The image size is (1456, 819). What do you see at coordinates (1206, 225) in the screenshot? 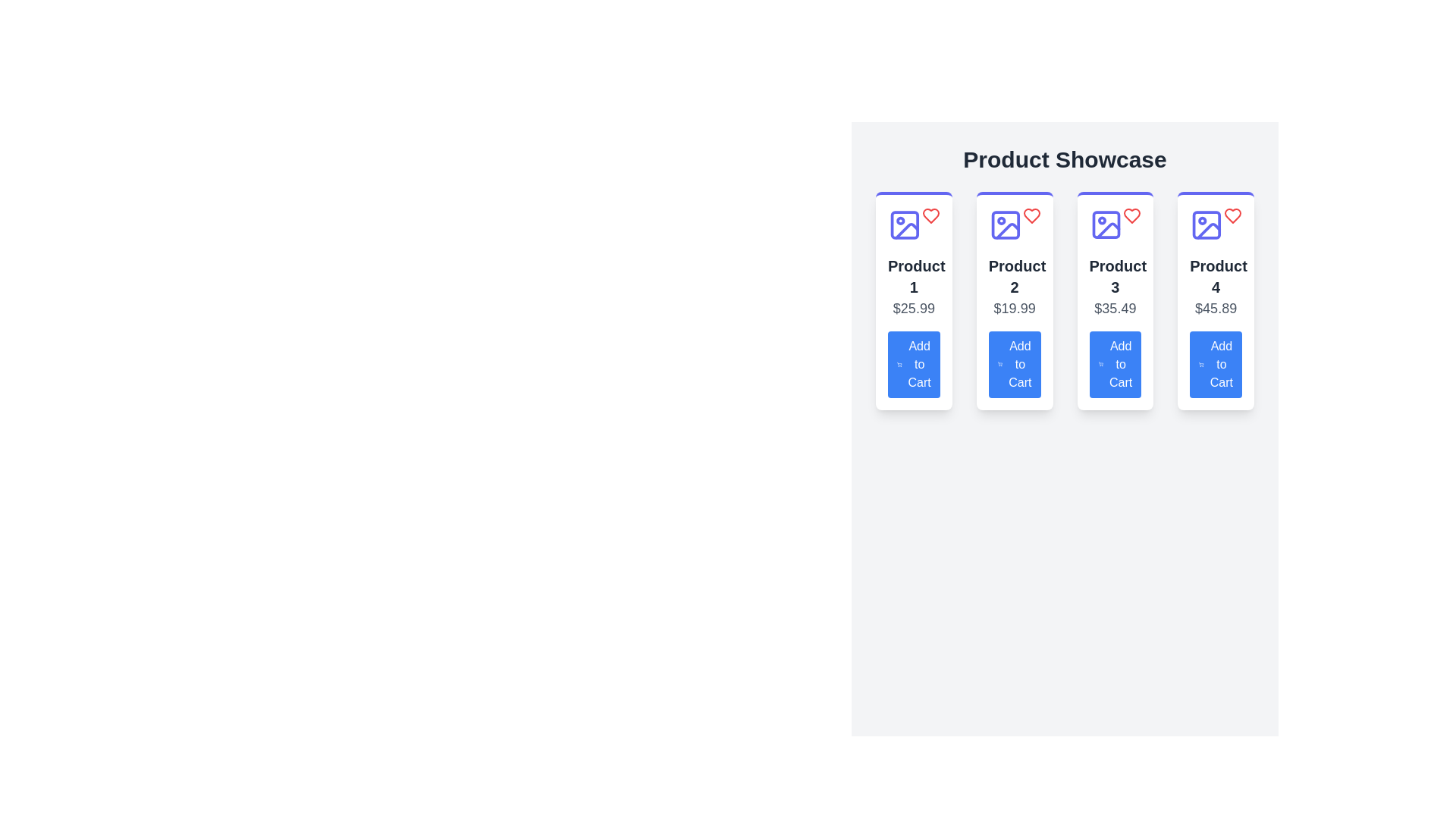
I see `the SVG rectangular shape with rounded edges located in the icon area of the fourth product card, which displays product details` at bounding box center [1206, 225].